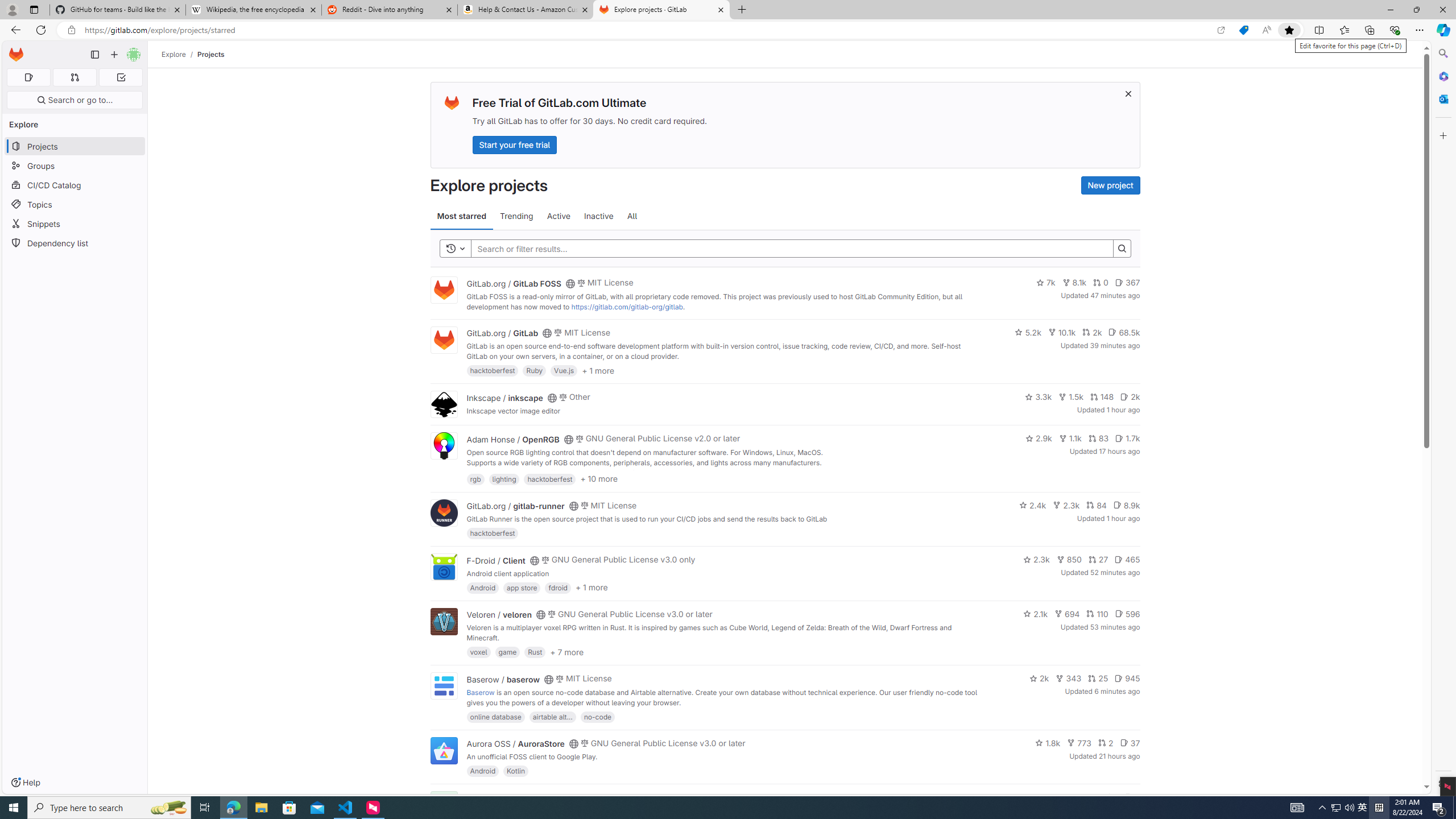  What do you see at coordinates (598, 216) in the screenshot?
I see `'Inactive'` at bounding box center [598, 216].